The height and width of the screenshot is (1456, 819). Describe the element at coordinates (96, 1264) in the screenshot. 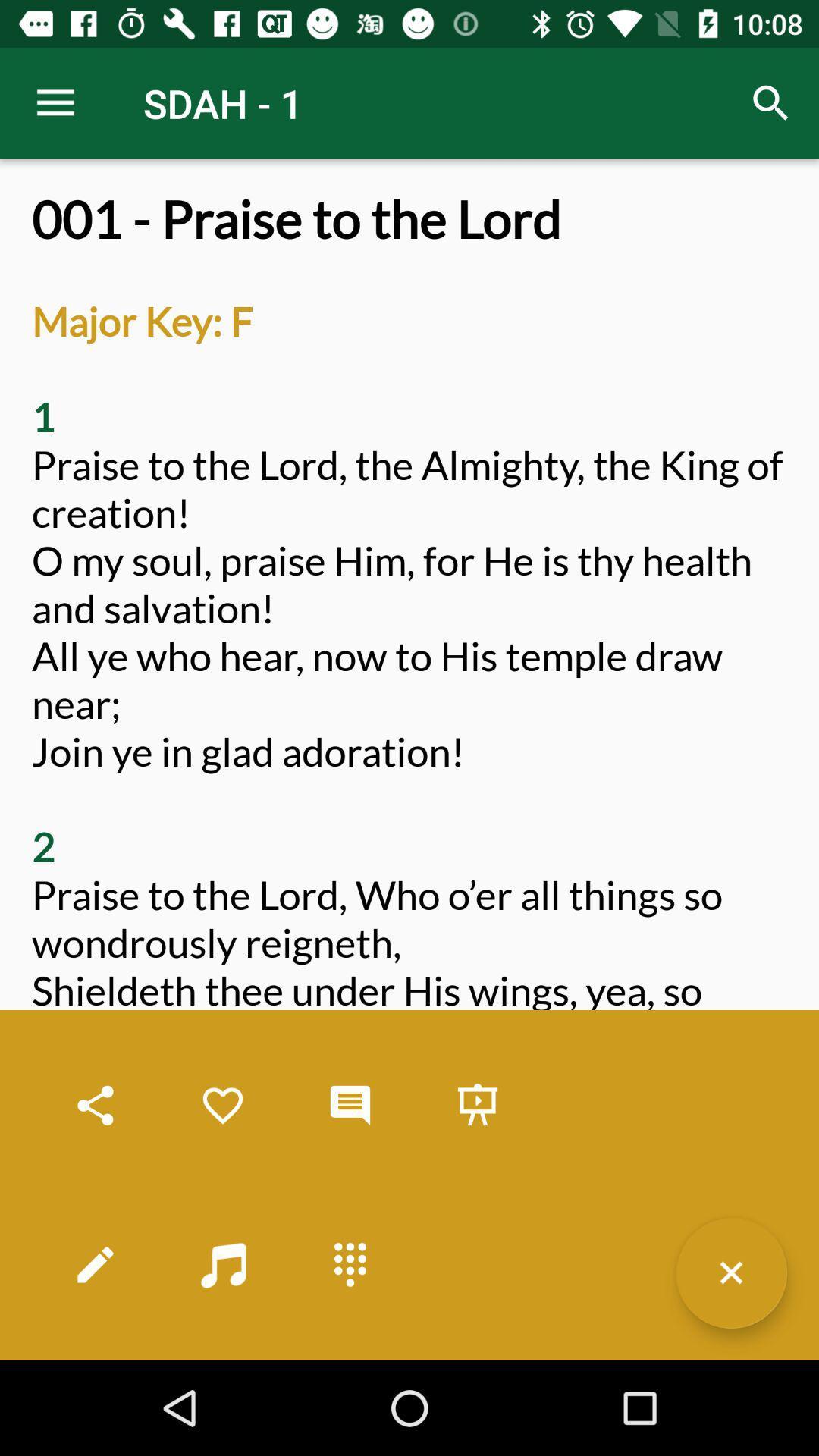

I see `click edit image` at that location.